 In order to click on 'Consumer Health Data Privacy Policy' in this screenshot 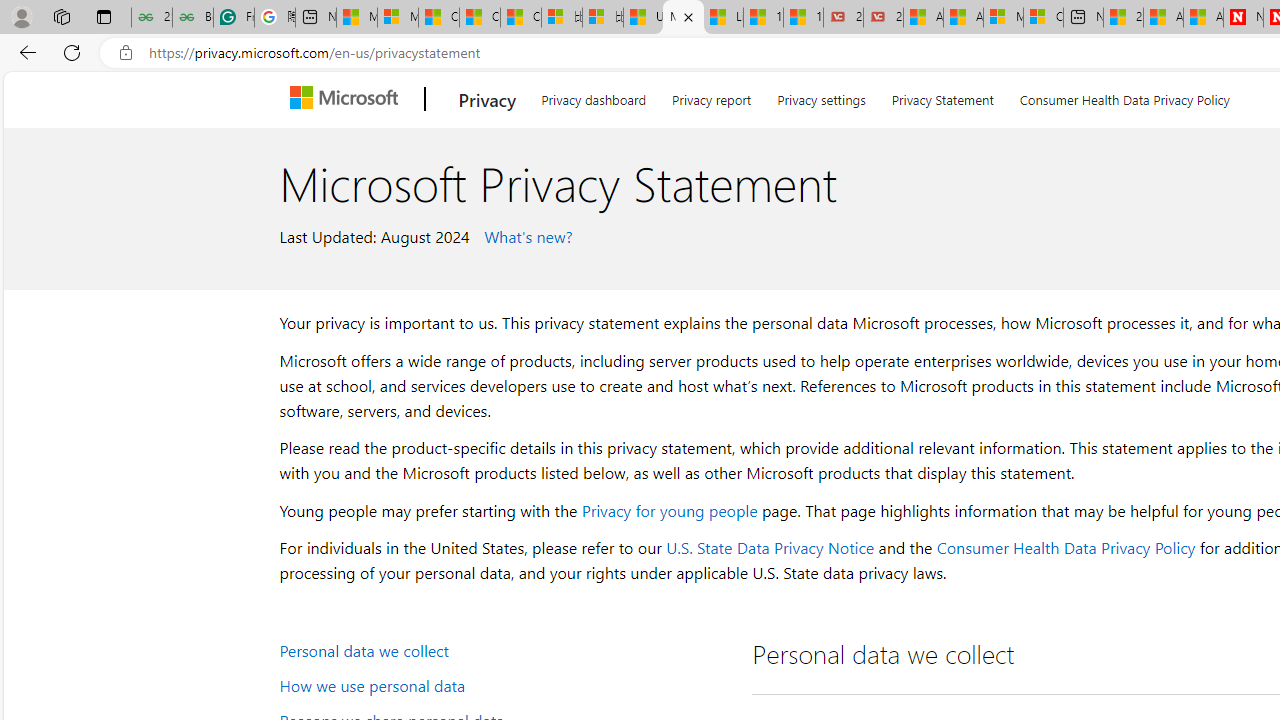, I will do `click(1064, 547)`.